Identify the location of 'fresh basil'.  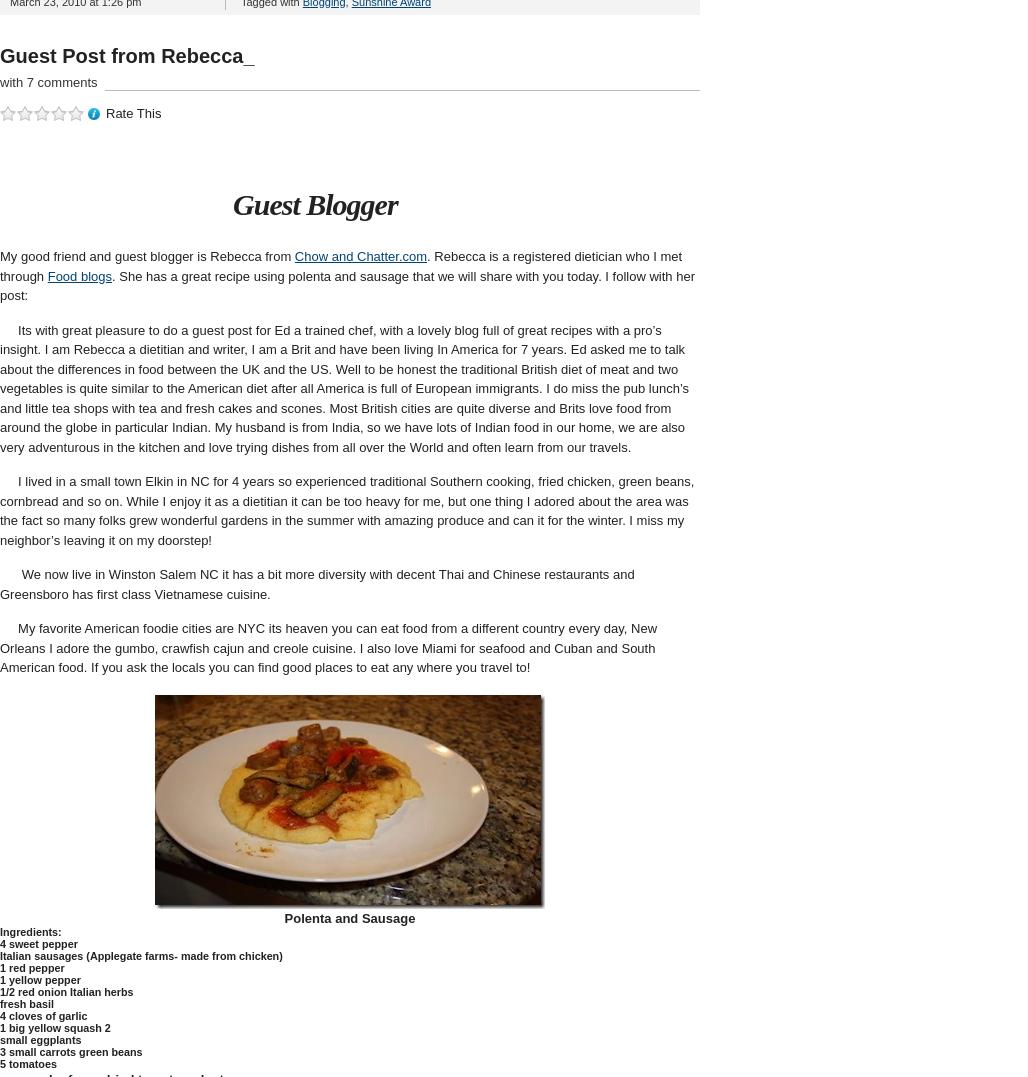
(0, 1002).